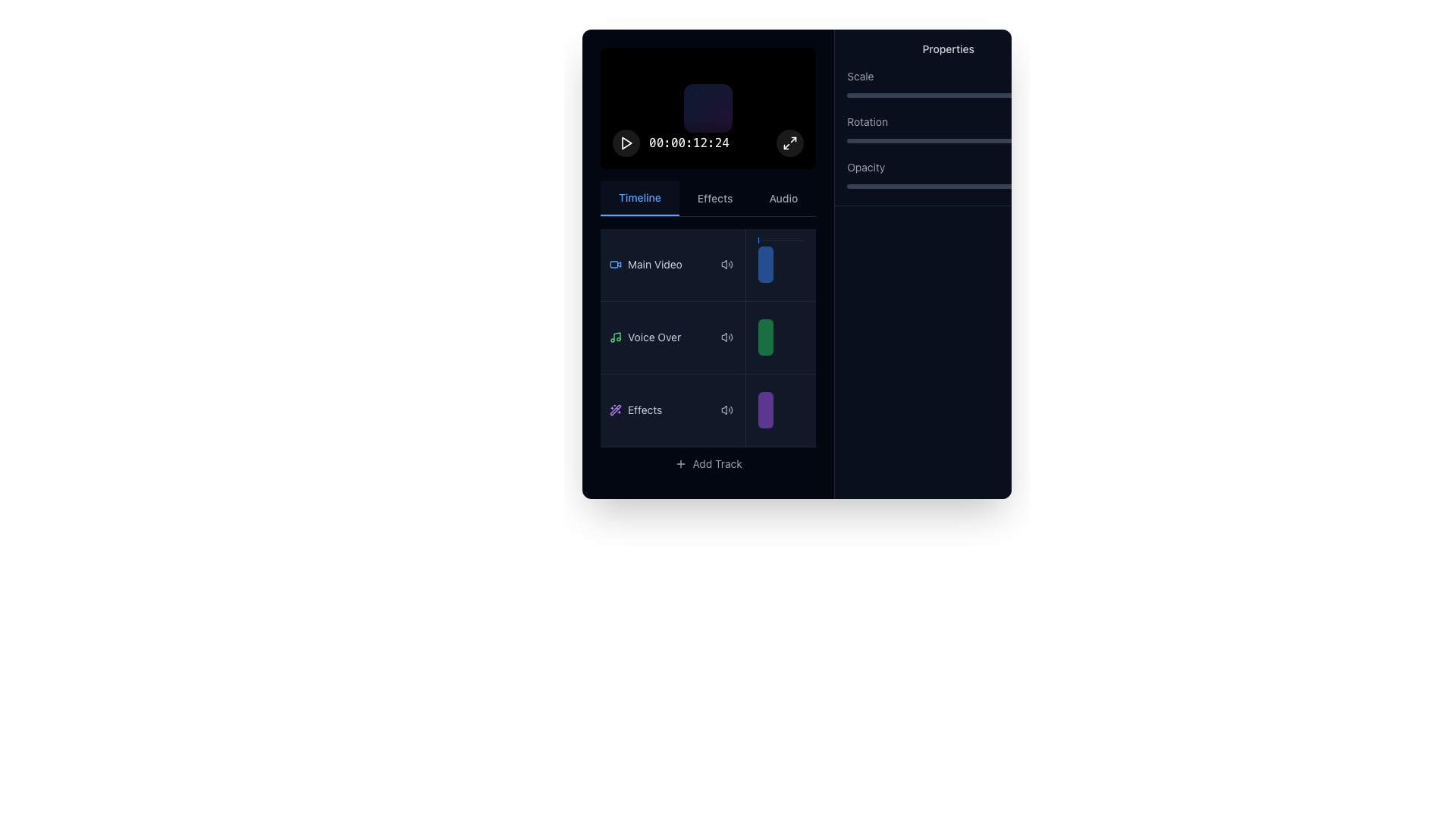 Image resolution: width=1456 pixels, height=819 pixels. I want to click on the text label displaying the time format '00:00:12:24' in the bottom bar of the video player interface, so click(708, 143).